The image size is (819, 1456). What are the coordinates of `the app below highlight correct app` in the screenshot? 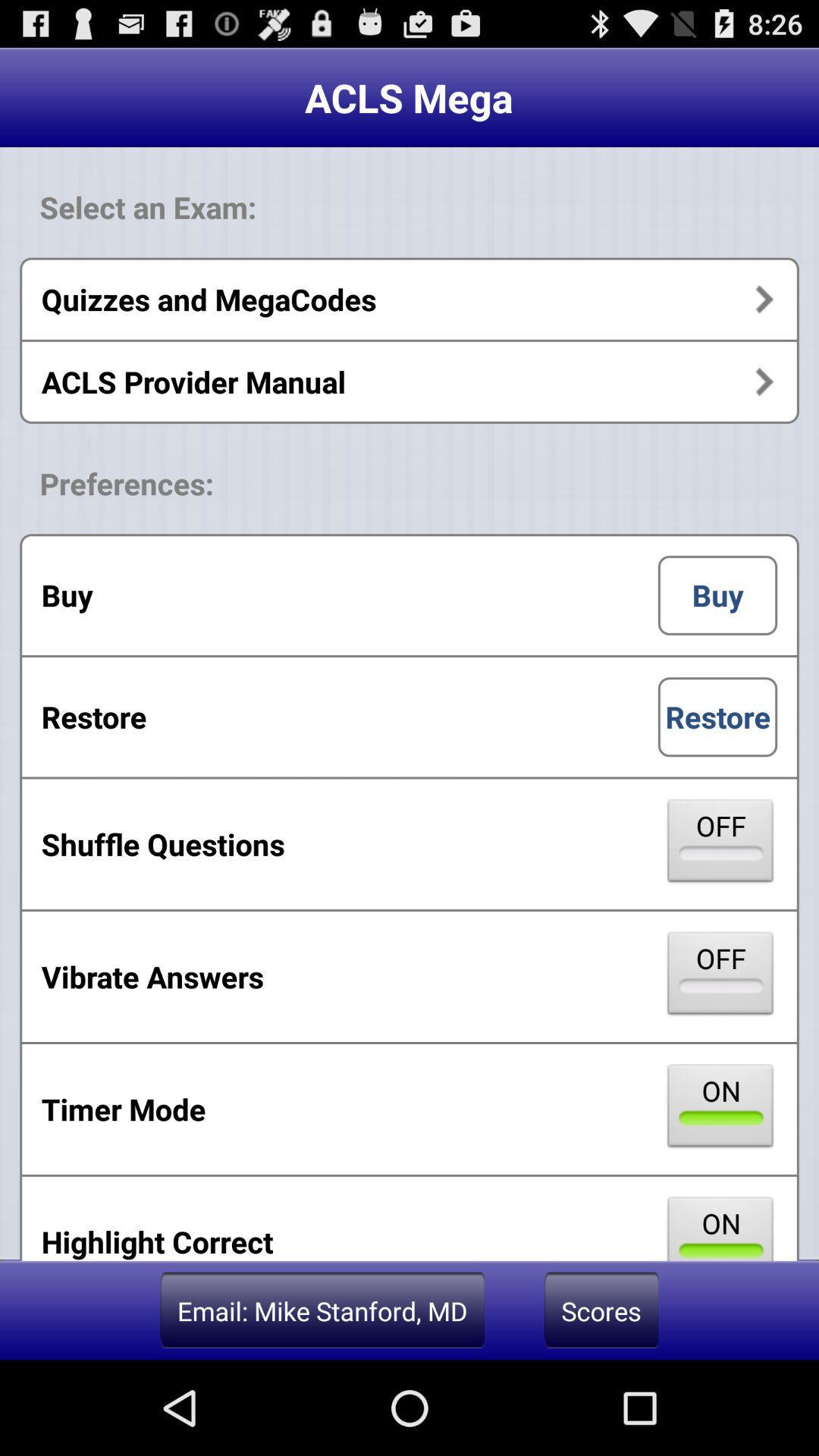 It's located at (322, 1310).